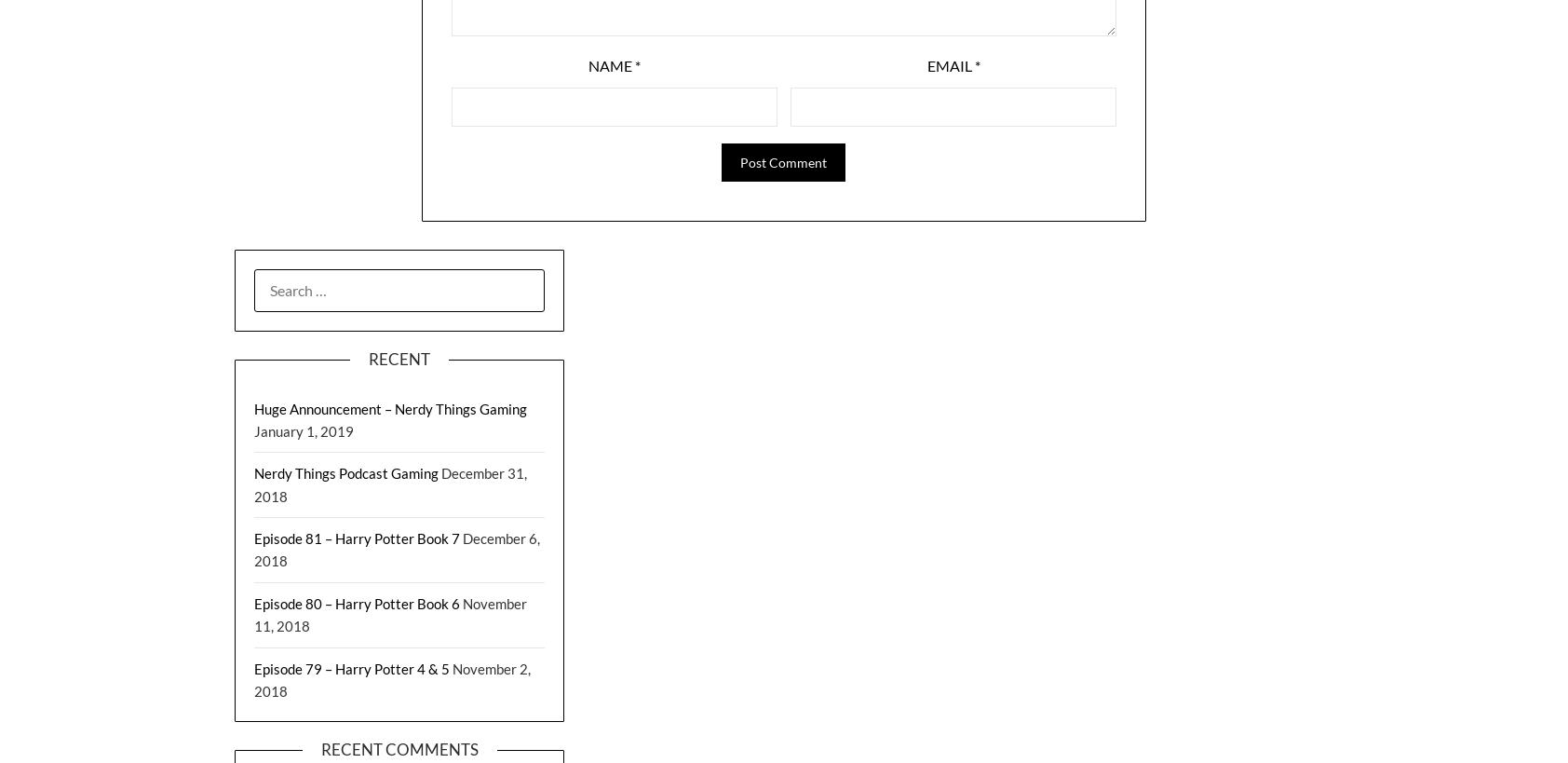  What do you see at coordinates (357, 538) in the screenshot?
I see `'Episode 81 – Harry Potter Book 7'` at bounding box center [357, 538].